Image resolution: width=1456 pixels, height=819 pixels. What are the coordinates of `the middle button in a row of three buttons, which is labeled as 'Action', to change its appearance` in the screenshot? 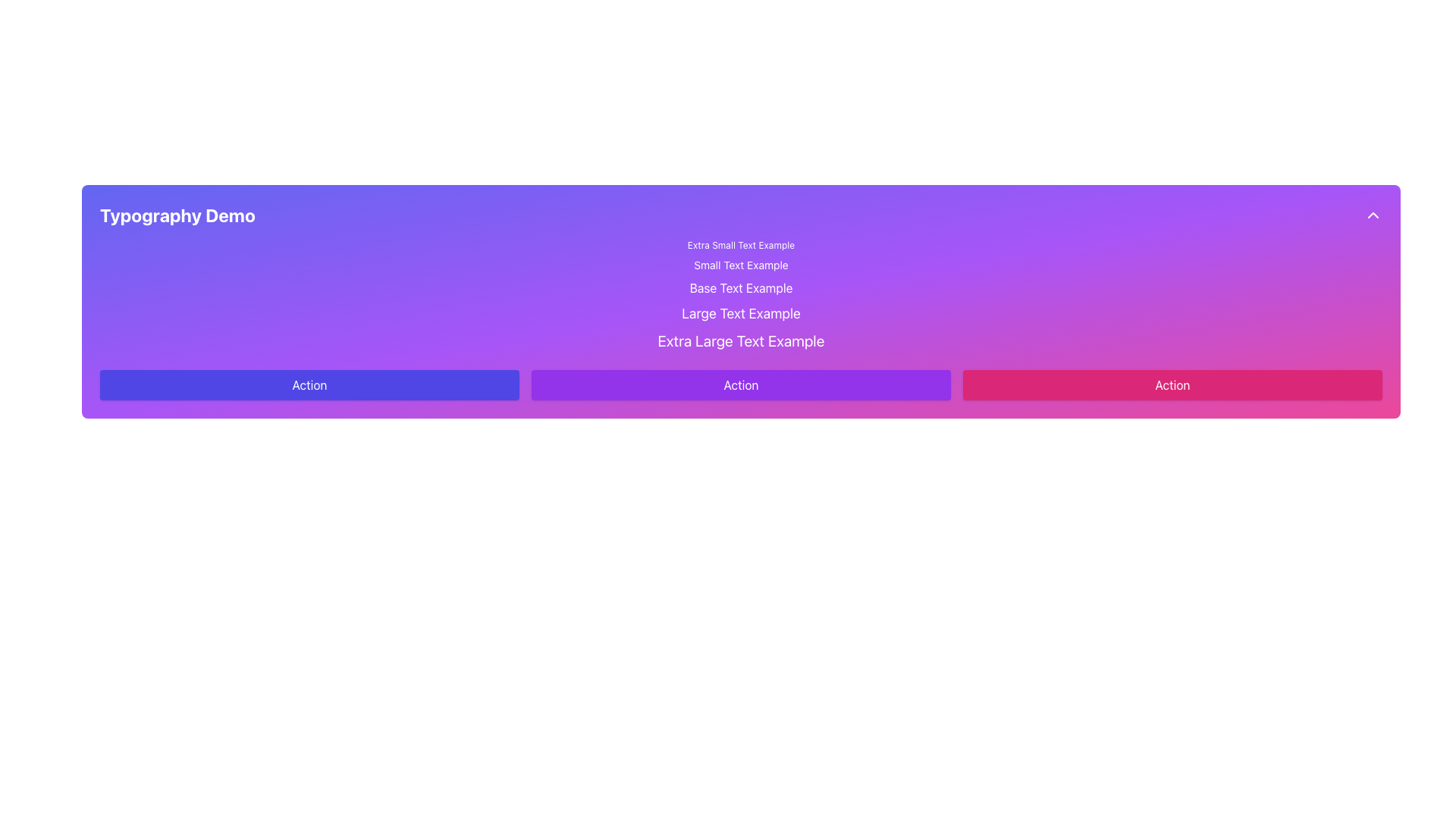 It's located at (741, 384).